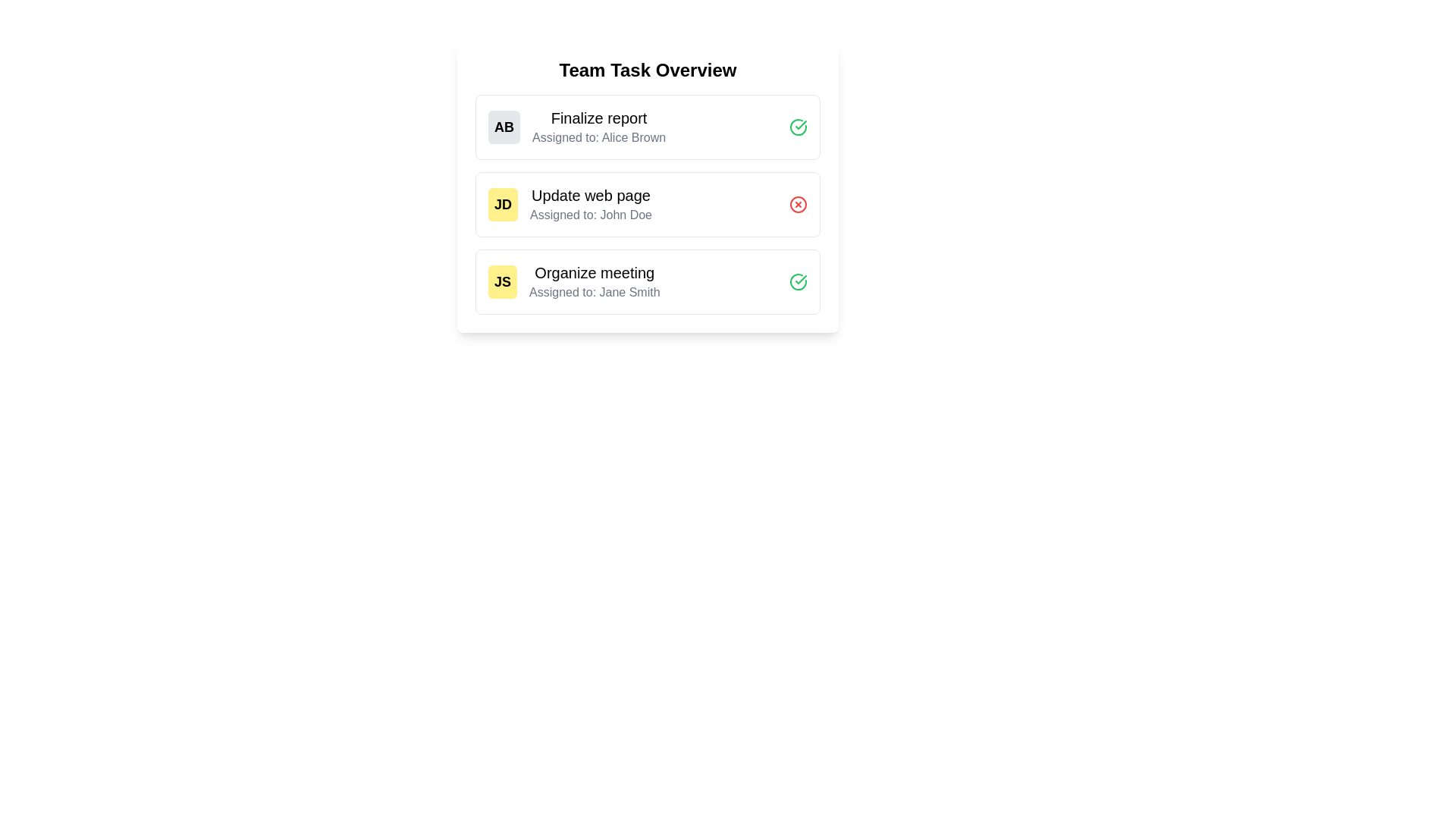 This screenshot has width=1456, height=819. Describe the element at coordinates (797, 281) in the screenshot. I see `the completion icon indicating the successful completion of the 'Organize meeting' task assigned to 'Jane Smith', located under the 'Team Task Overview' section` at that location.